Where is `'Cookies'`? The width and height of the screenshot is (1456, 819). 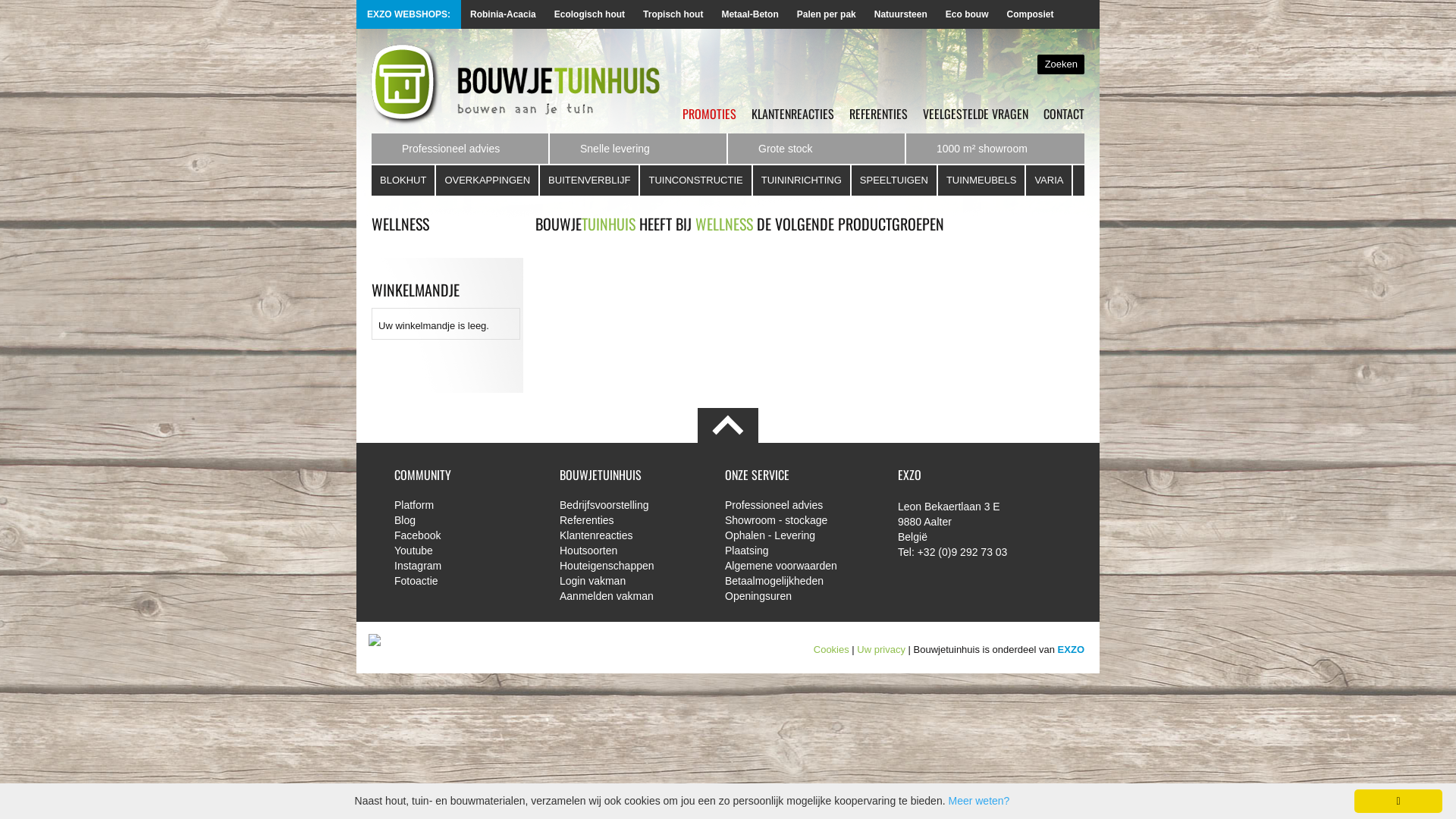 'Cookies' is located at coordinates (830, 648).